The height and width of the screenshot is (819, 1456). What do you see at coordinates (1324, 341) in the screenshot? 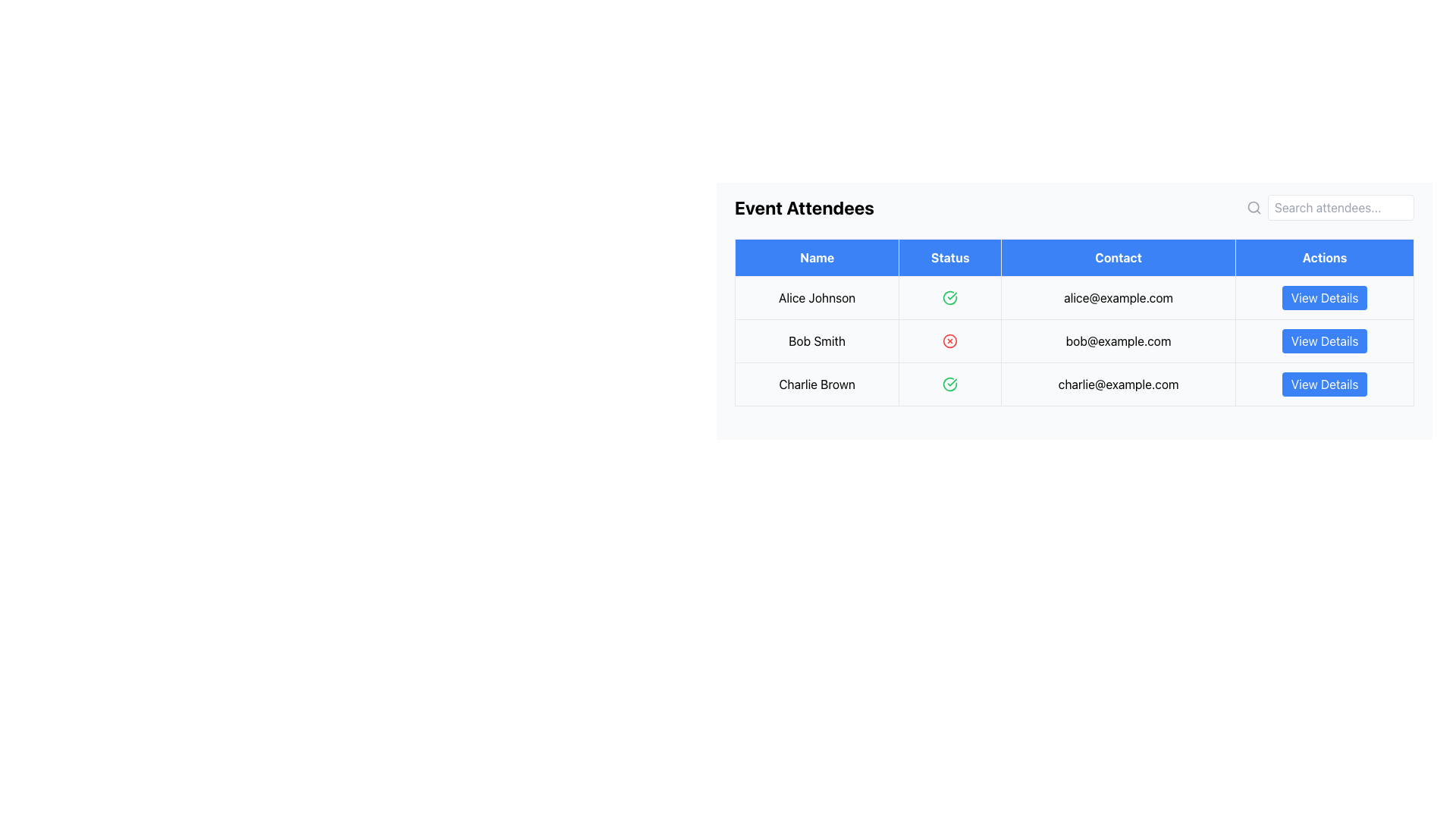
I see `the second button in the 'Actions' column` at bounding box center [1324, 341].